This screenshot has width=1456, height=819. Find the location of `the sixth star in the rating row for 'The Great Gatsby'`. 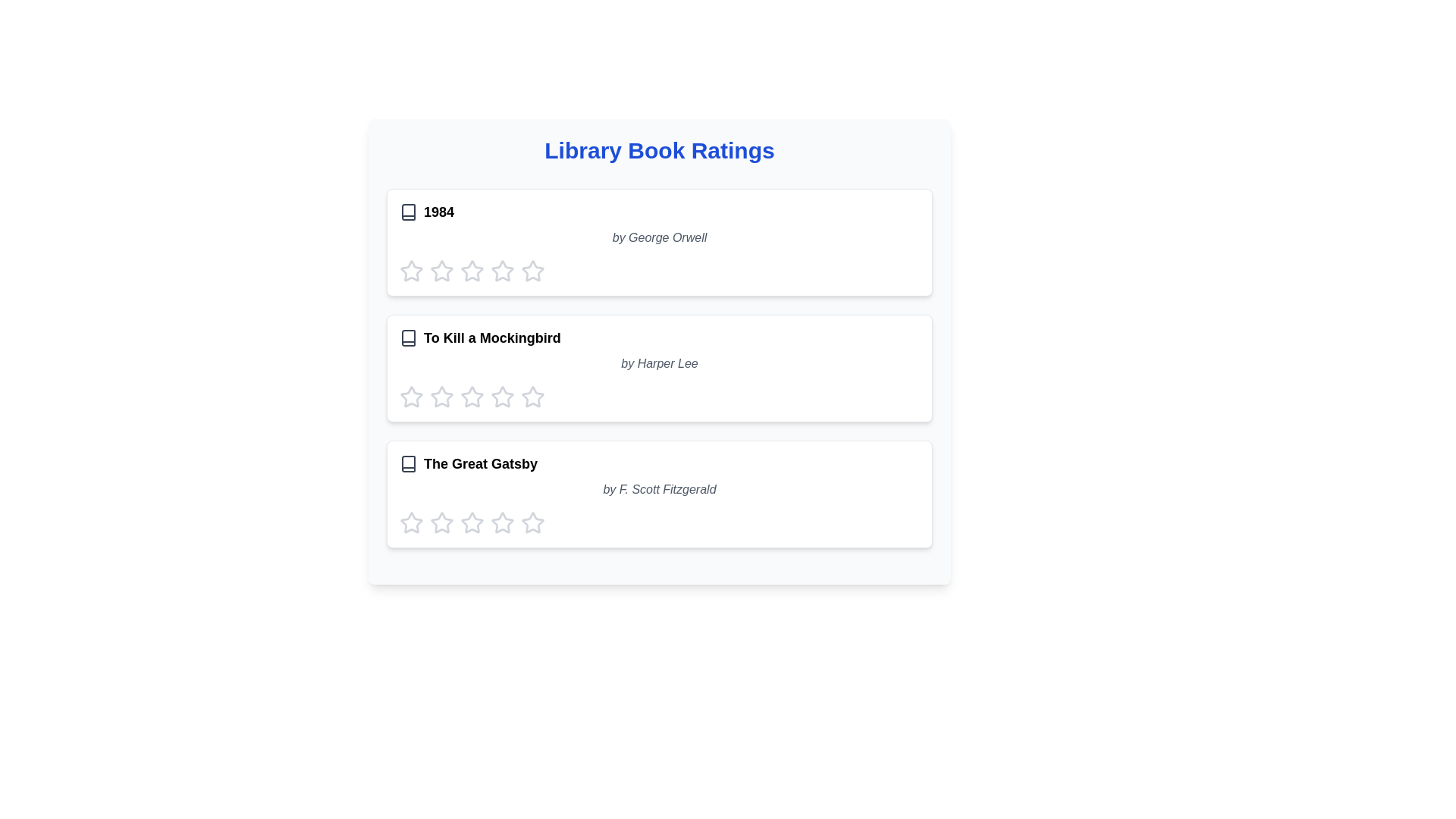

the sixth star in the rating row for 'The Great Gatsby' is located at coordinates (502, 522).